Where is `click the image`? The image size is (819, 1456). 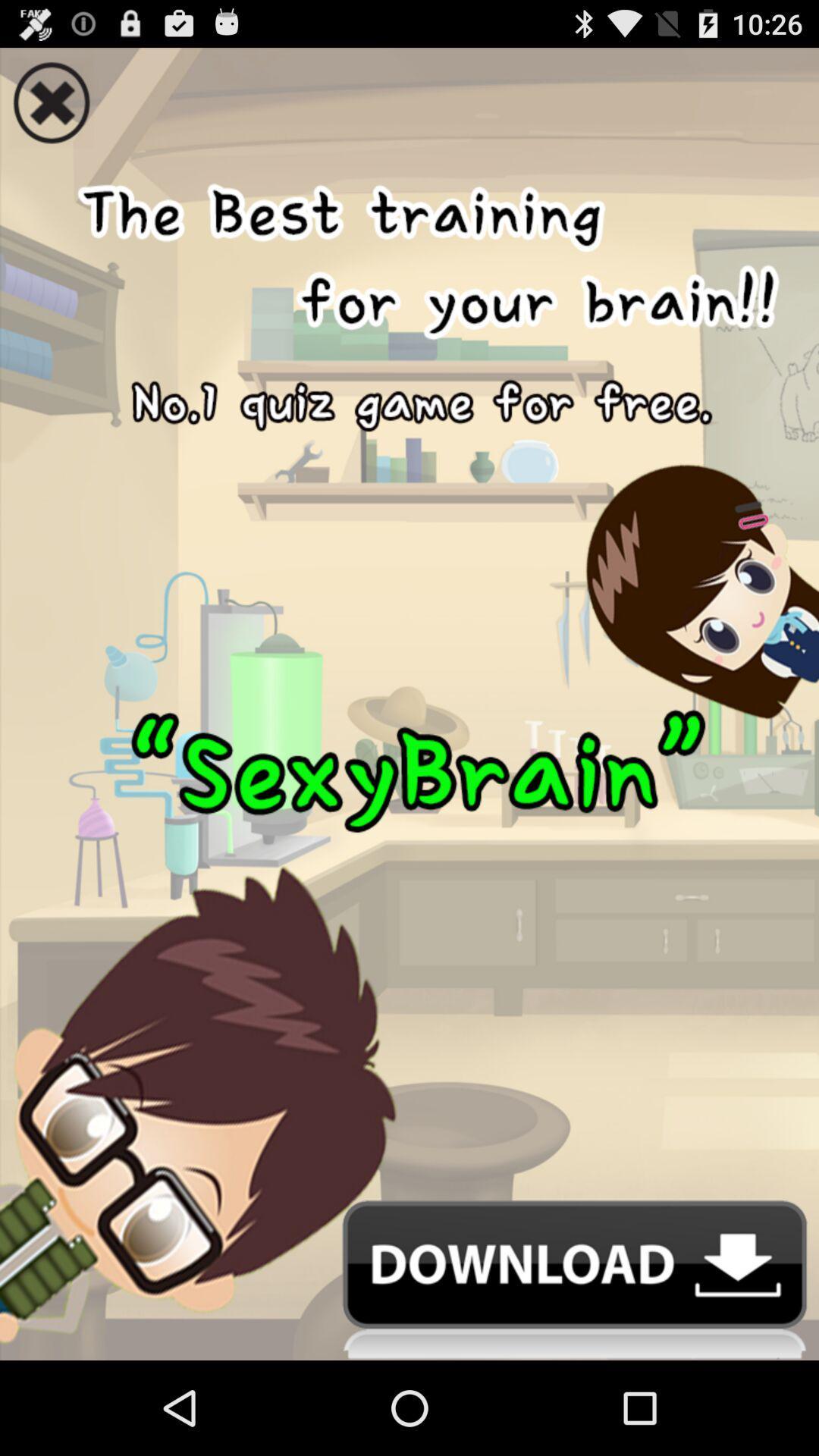 click the image is located at coordinates (409, 673).